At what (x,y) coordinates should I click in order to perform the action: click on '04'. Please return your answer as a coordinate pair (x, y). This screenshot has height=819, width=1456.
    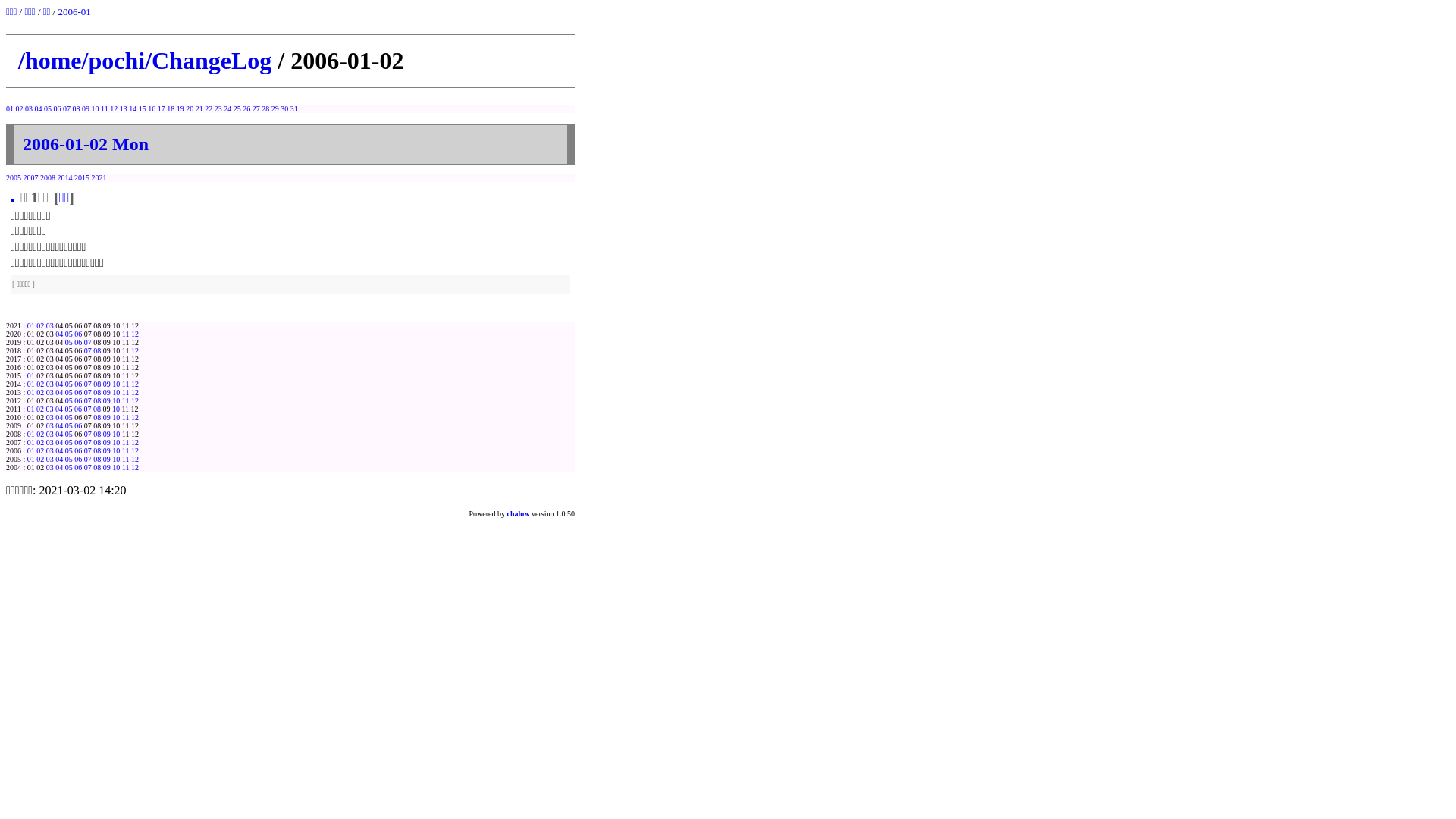
    Looking at the image, I should click on (39, 108).